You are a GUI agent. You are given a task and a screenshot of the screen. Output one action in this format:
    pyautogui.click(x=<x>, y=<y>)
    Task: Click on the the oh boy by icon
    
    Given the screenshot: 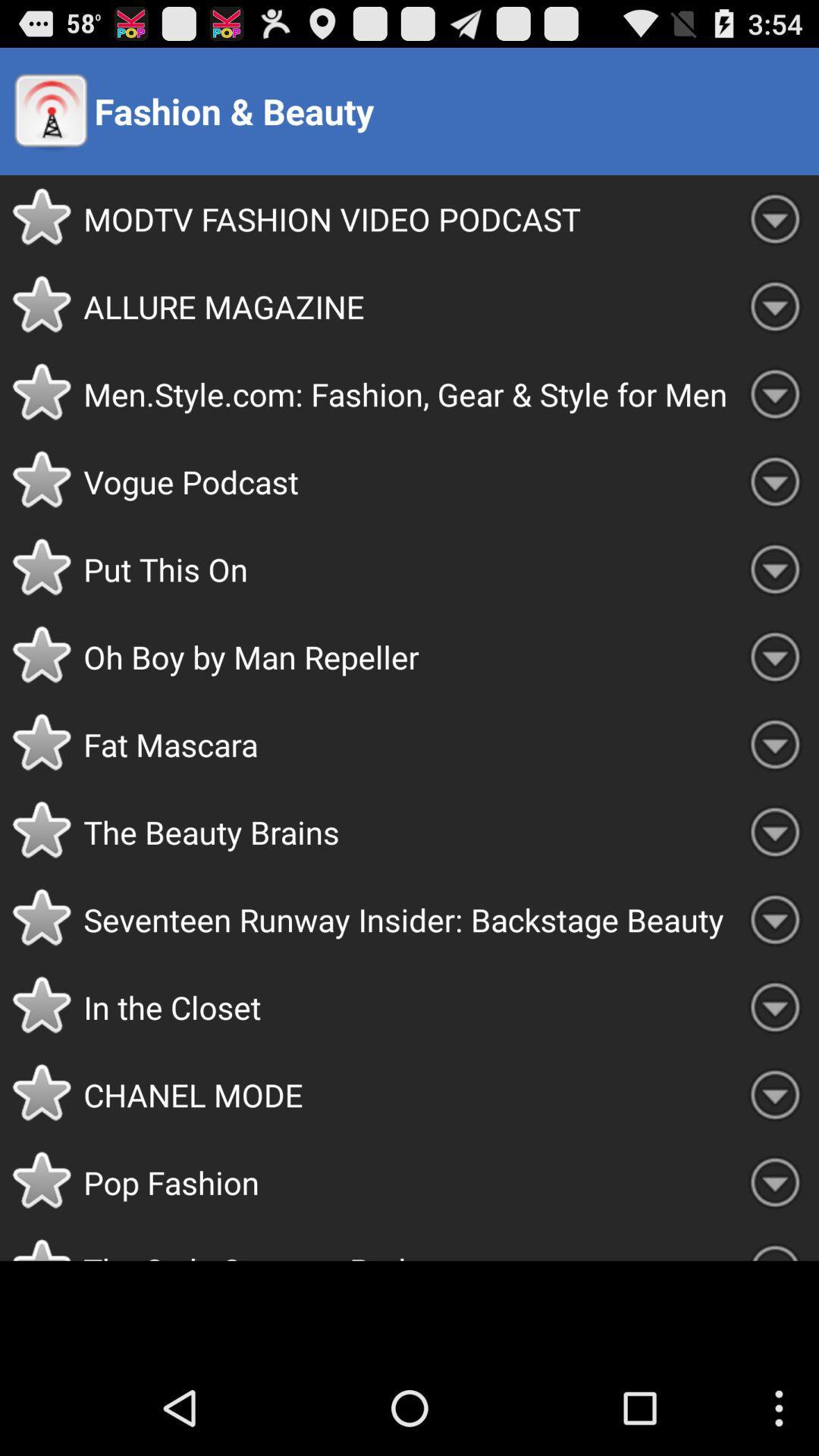 What is the action you would take?
    pyautogui.click(x=406, y=657)
    